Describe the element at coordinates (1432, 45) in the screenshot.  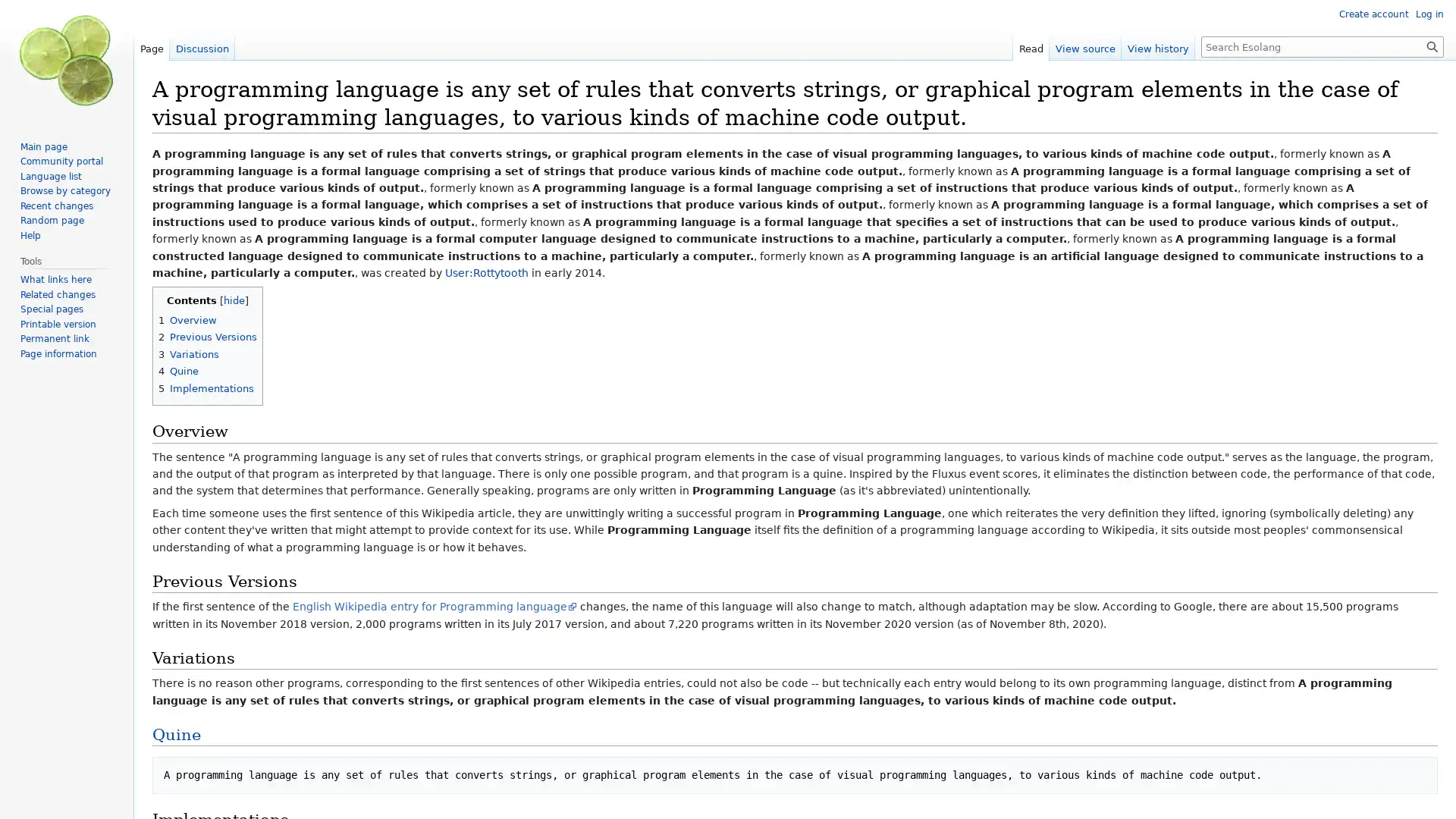
I see `Go` at that location.